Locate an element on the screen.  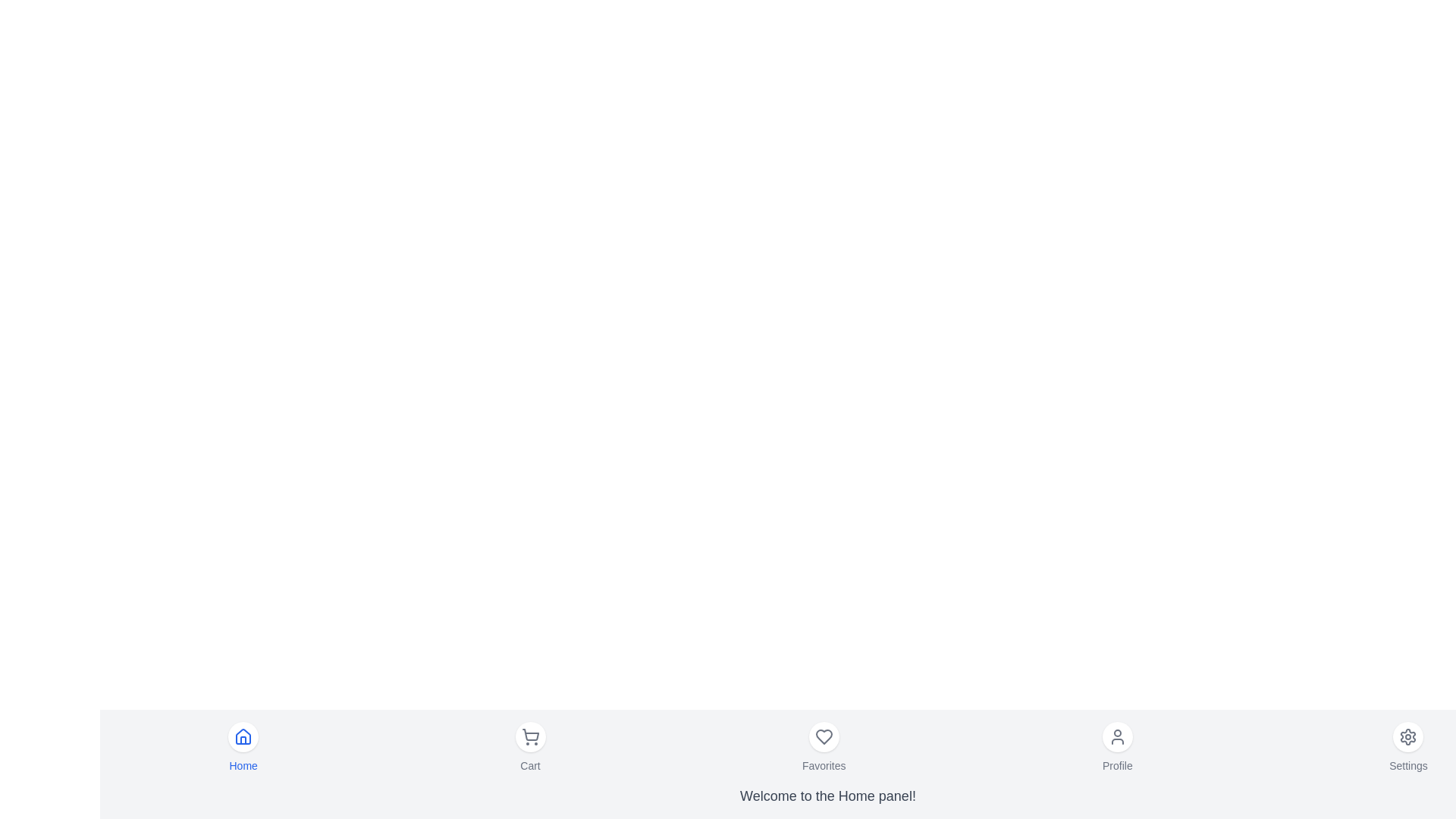
the menu item labeled Home to observe the hover effect is located at coordinates (243, 747).